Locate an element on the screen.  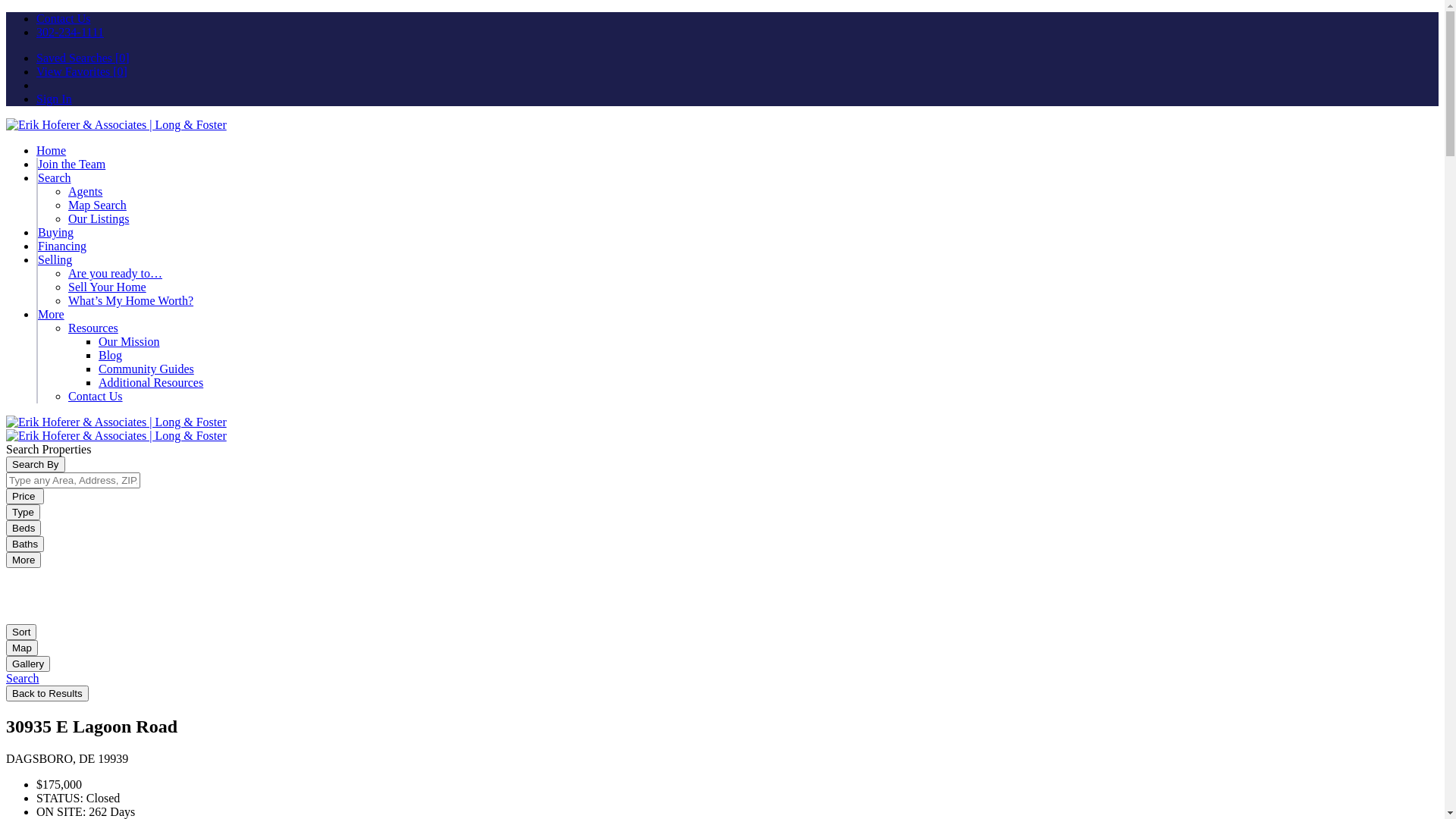
'Search' is located at coordinates (55, 177).